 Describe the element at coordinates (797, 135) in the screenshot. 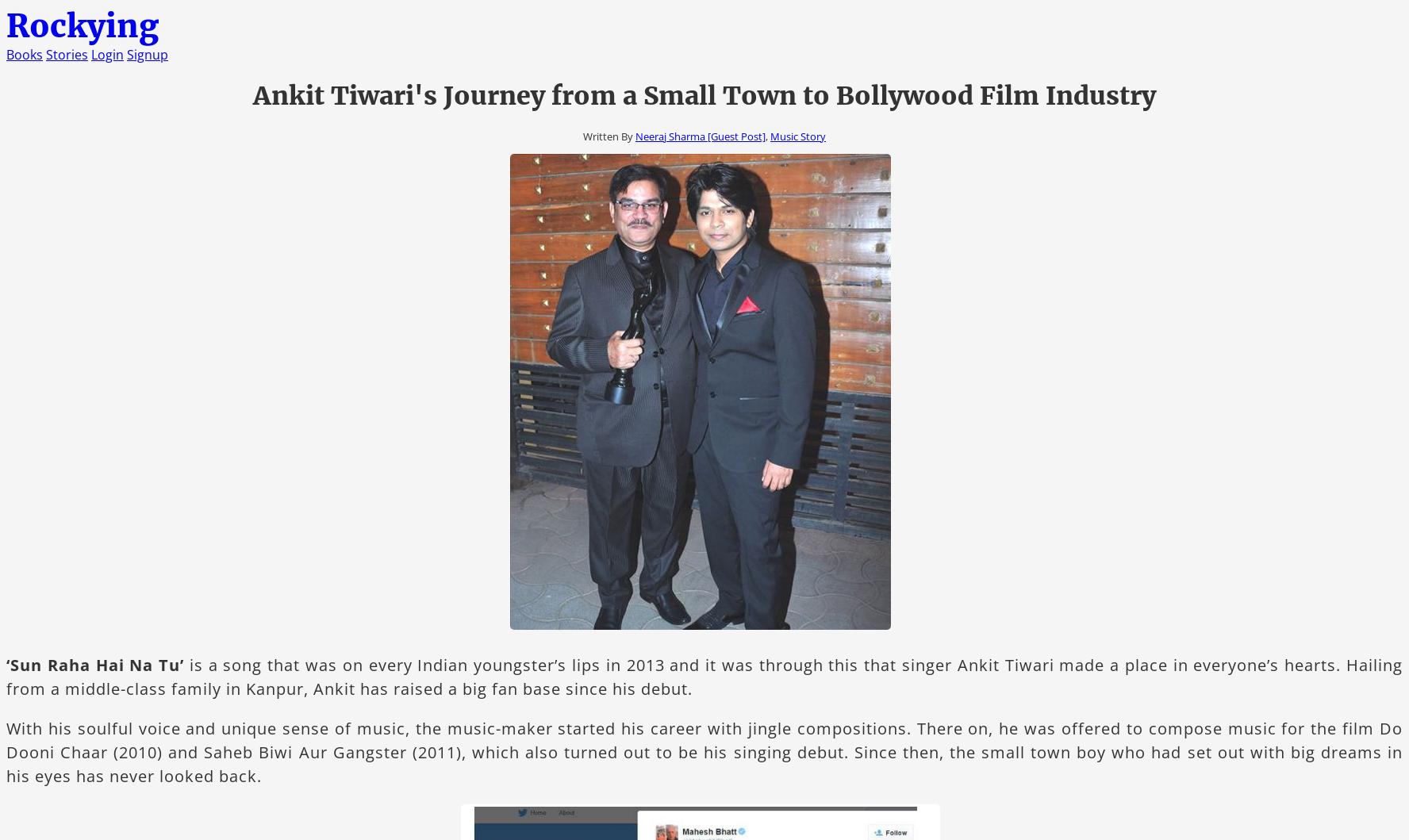

I see `'Music Story'` at that location.